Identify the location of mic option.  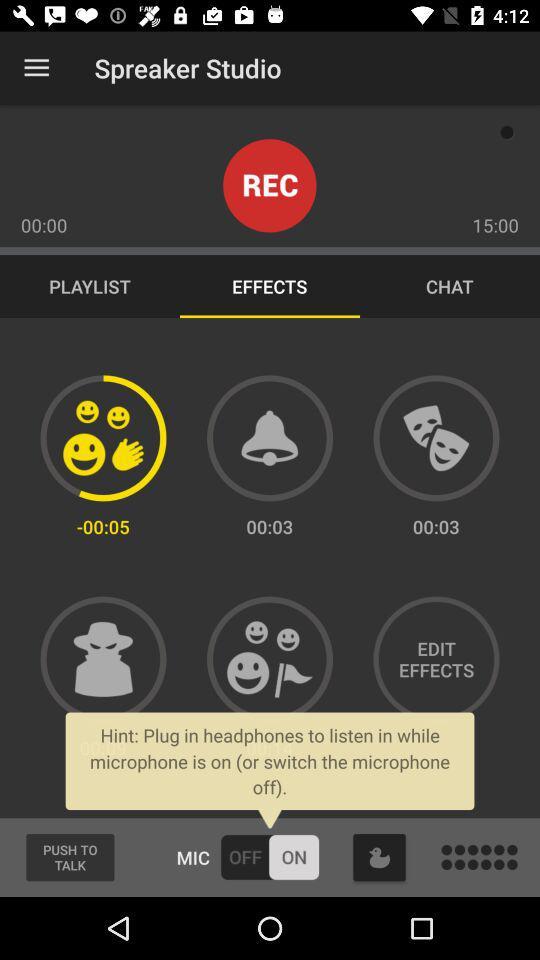
(269, 856).